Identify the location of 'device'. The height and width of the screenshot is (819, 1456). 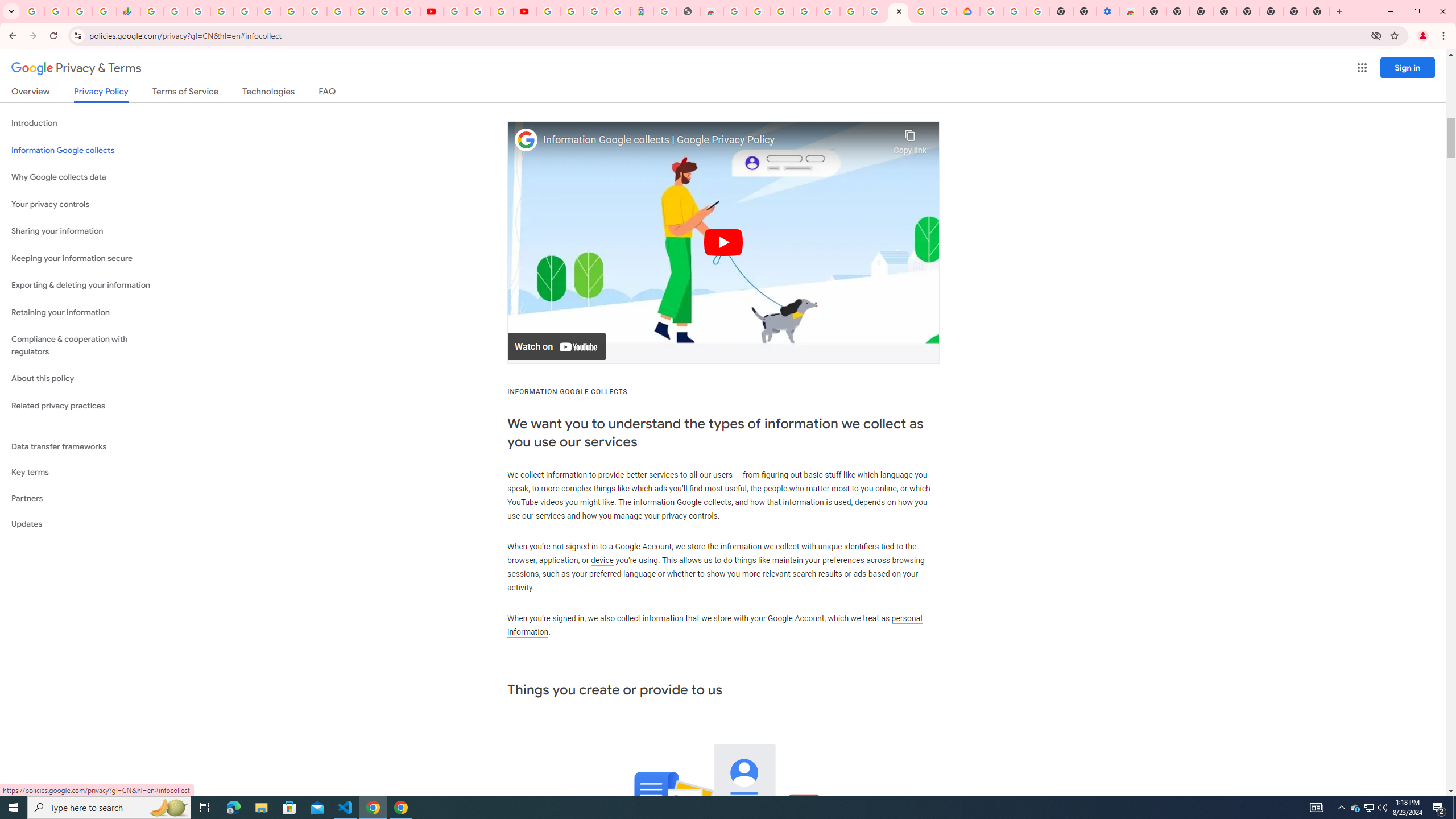
(601, 560).